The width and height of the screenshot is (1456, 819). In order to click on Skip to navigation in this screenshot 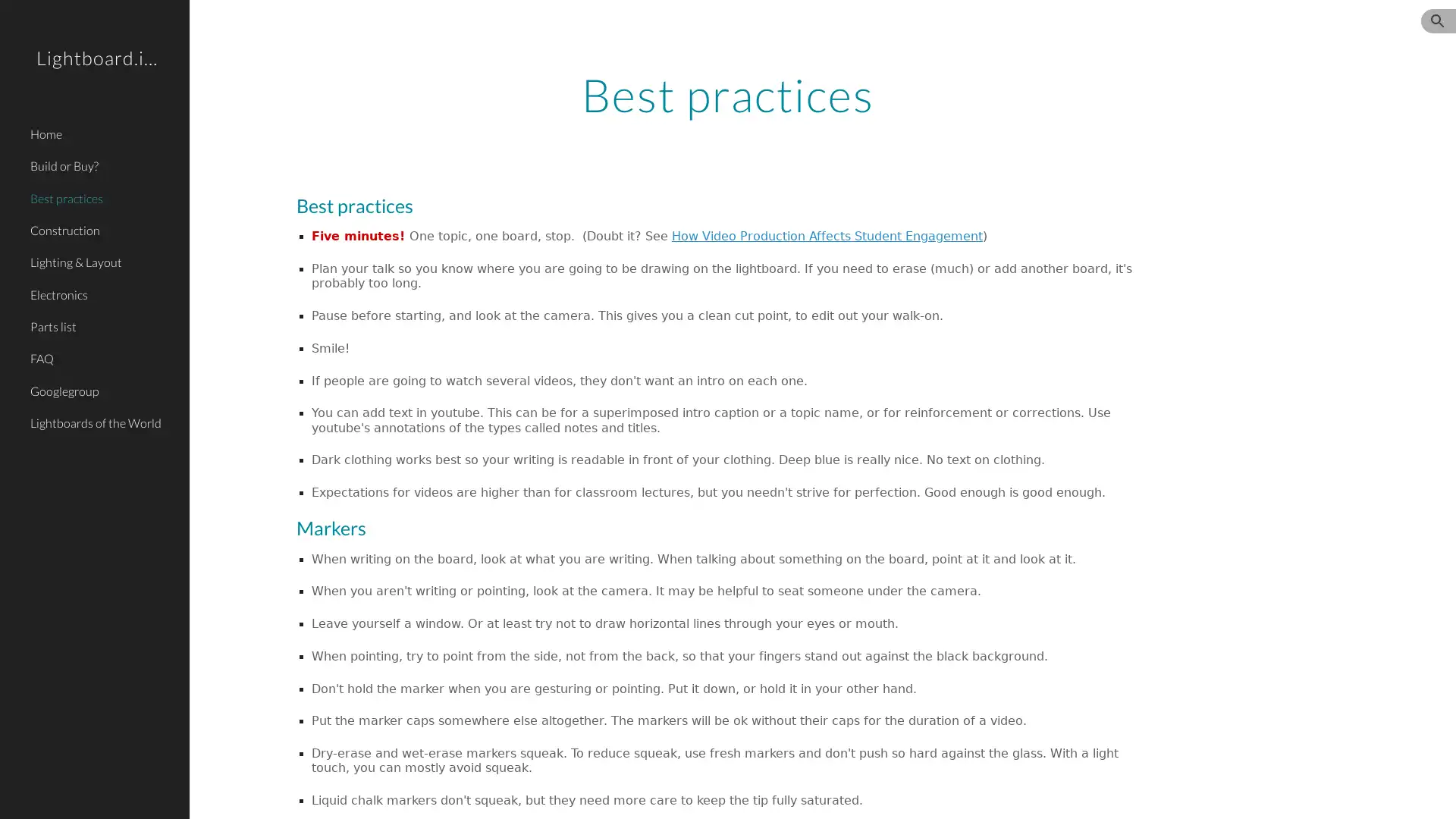, I will do `click(864, 28)`.